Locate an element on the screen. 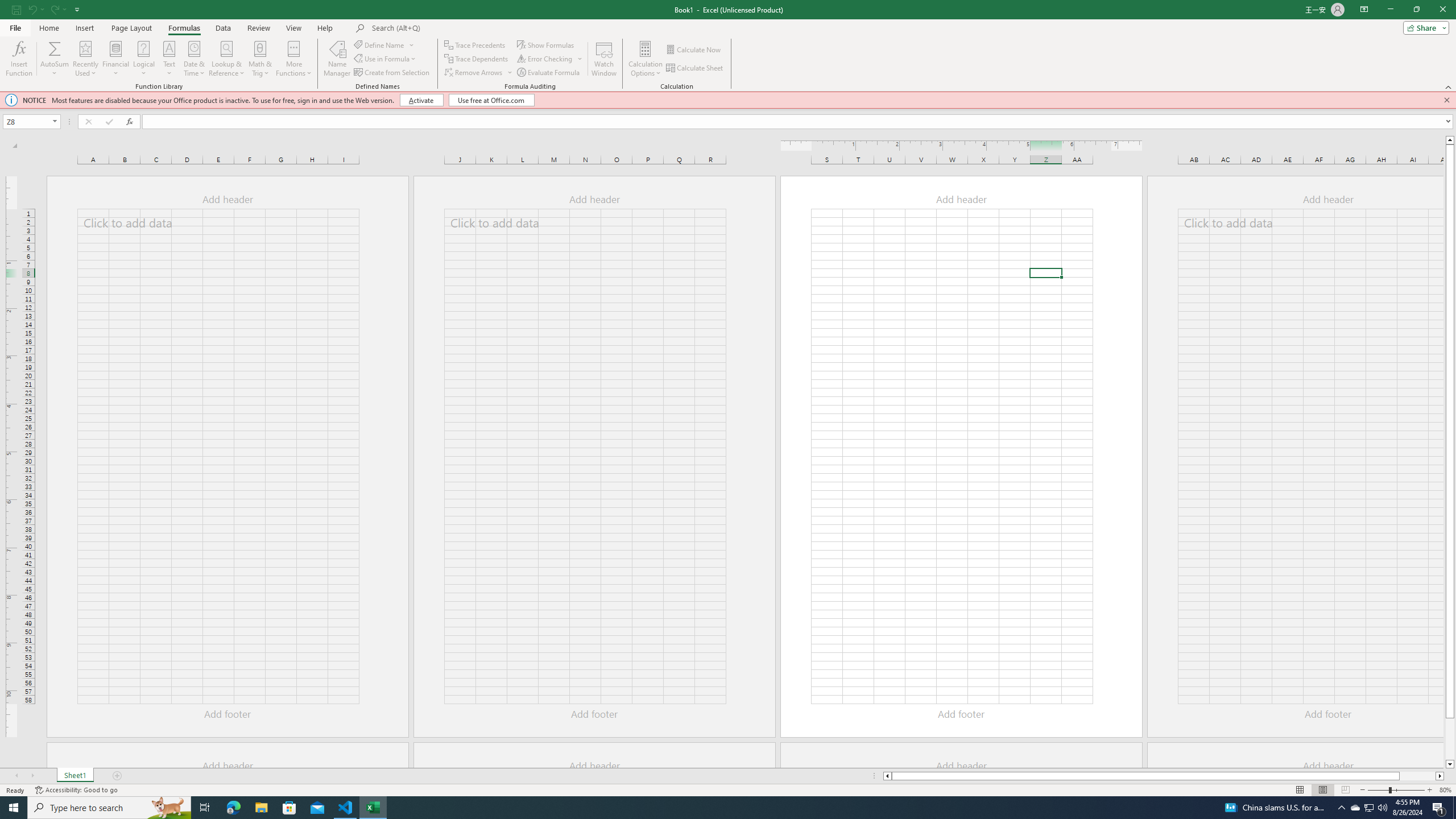  'Math & Trig' is located at coordinates (260, 59).